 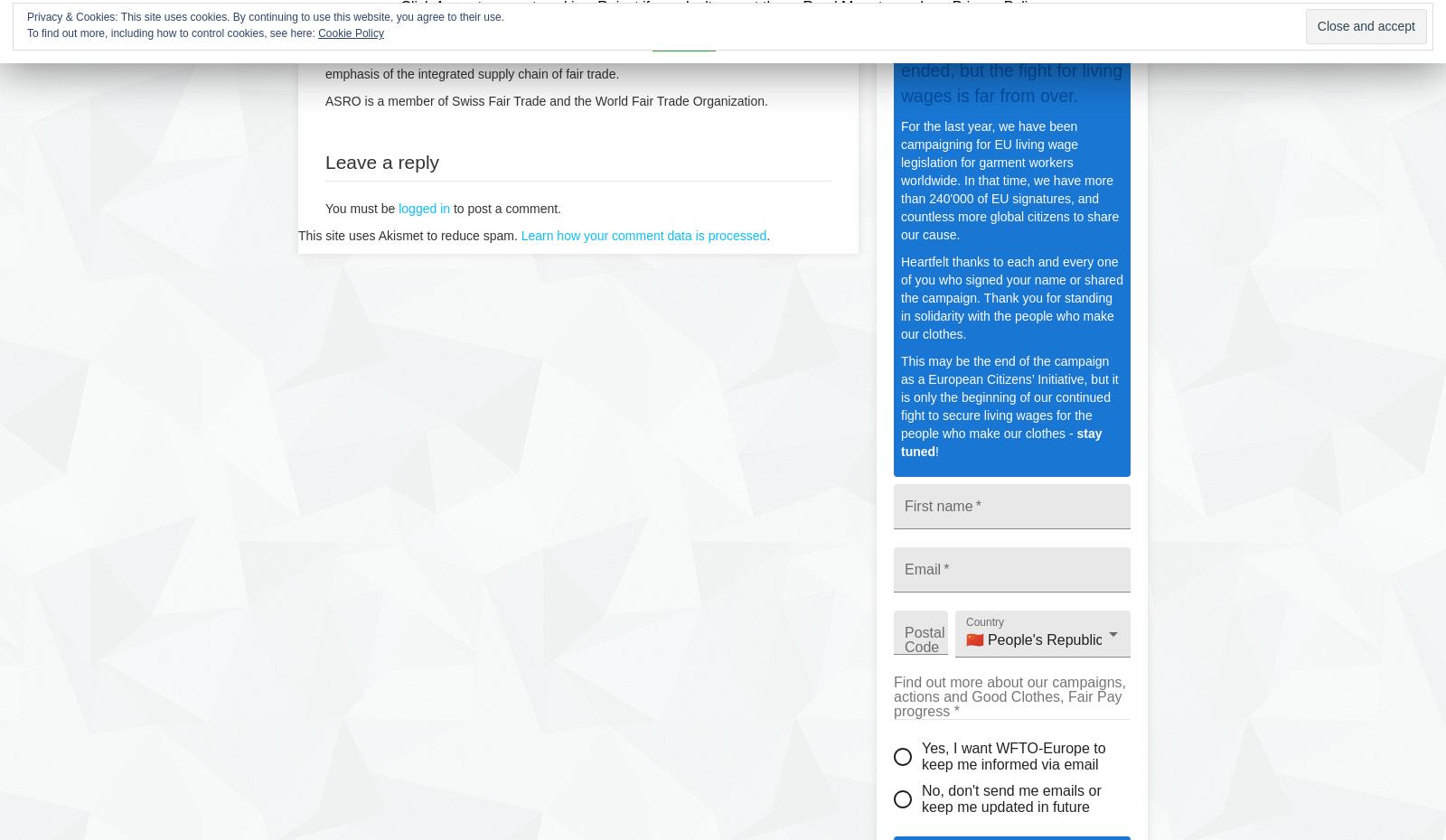 What do you see at coordinates (1011, 798) in the screenshot?
I see `'No, don't send me emails or keep me updated in future'` at bounding box center [1011, 798].